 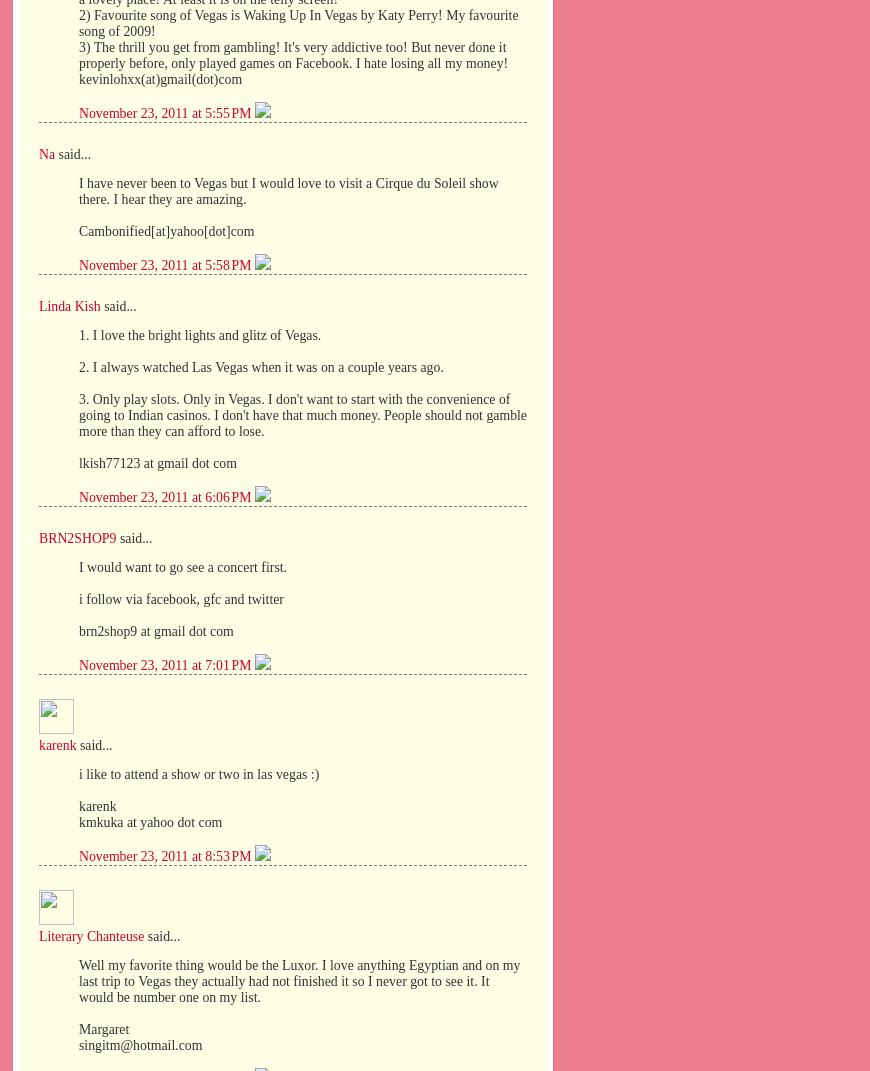 What do you see at coordinates (76, 537) in the screenshot?
I see `'BRN2SHOP9'` at bounding box center [76, 537].